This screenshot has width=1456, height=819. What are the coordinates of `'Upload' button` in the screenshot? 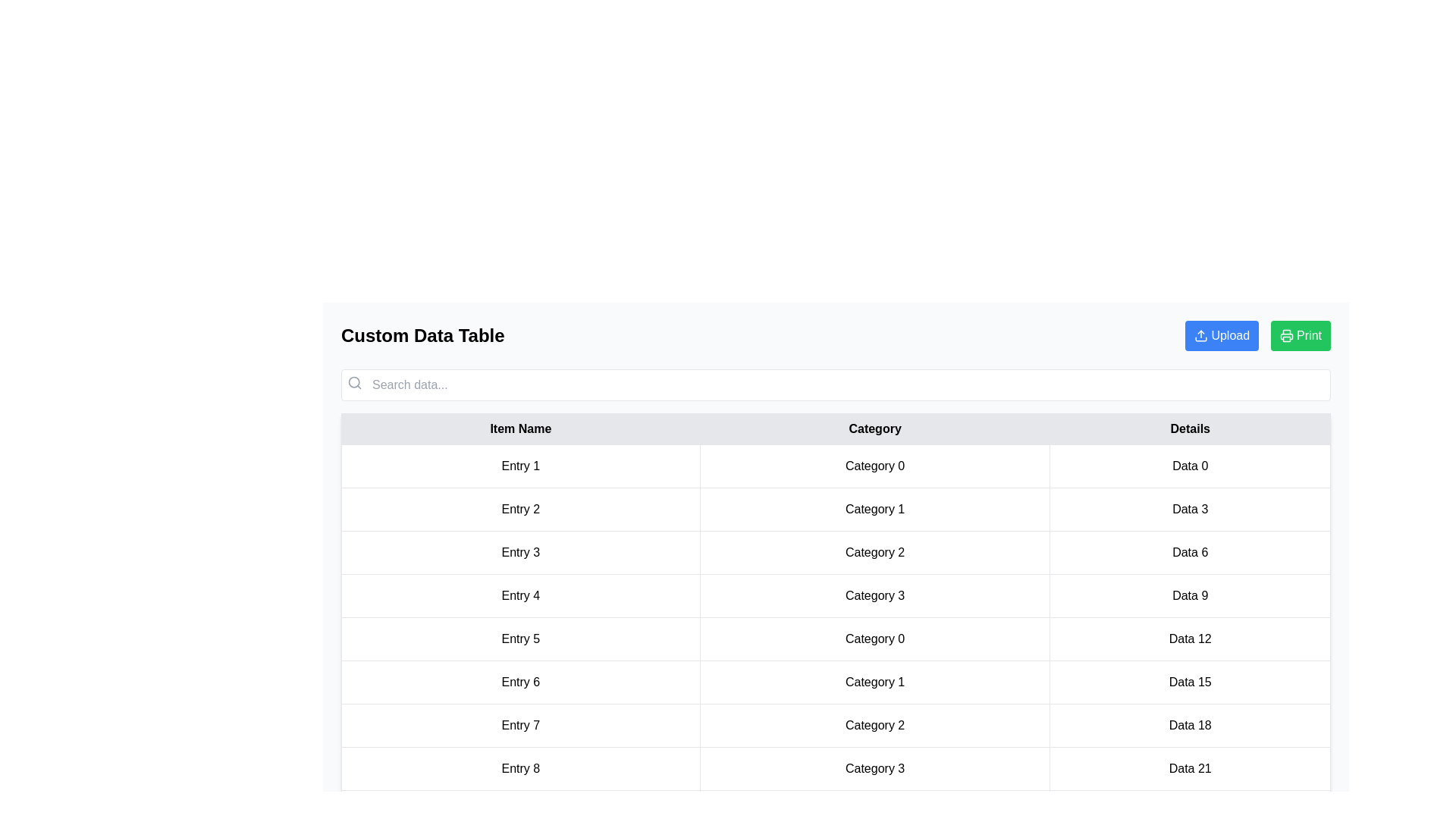 It's located at (1222, 335).